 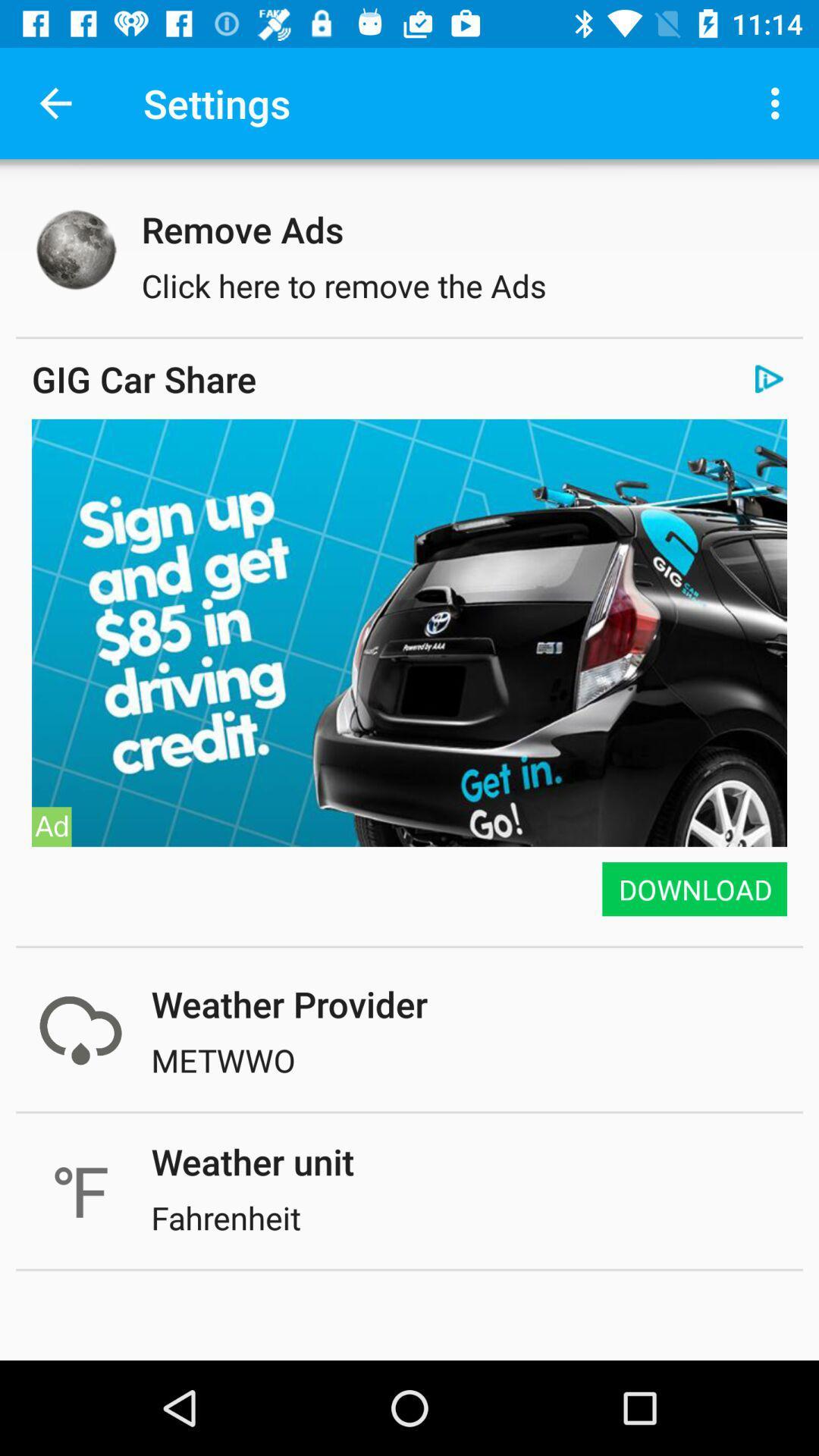 What do you see at coordinates (693, 889) in the screenshot?
I see `the download` at bounding box center [693, 889].